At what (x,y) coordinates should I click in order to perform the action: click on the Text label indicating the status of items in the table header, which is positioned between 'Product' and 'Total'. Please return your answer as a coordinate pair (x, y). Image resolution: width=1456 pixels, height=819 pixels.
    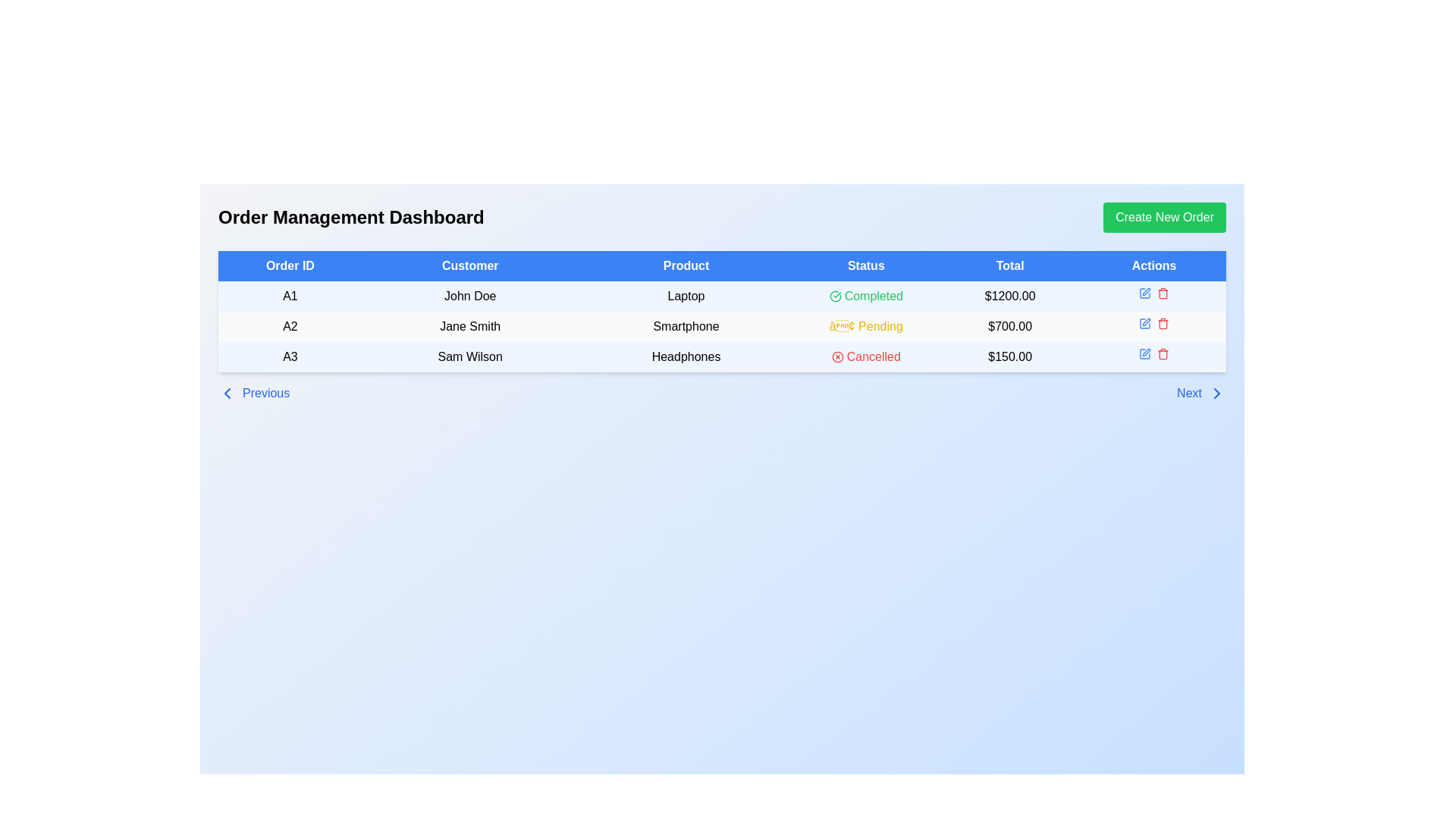
    Looking at the image, I should click on (866, 265).